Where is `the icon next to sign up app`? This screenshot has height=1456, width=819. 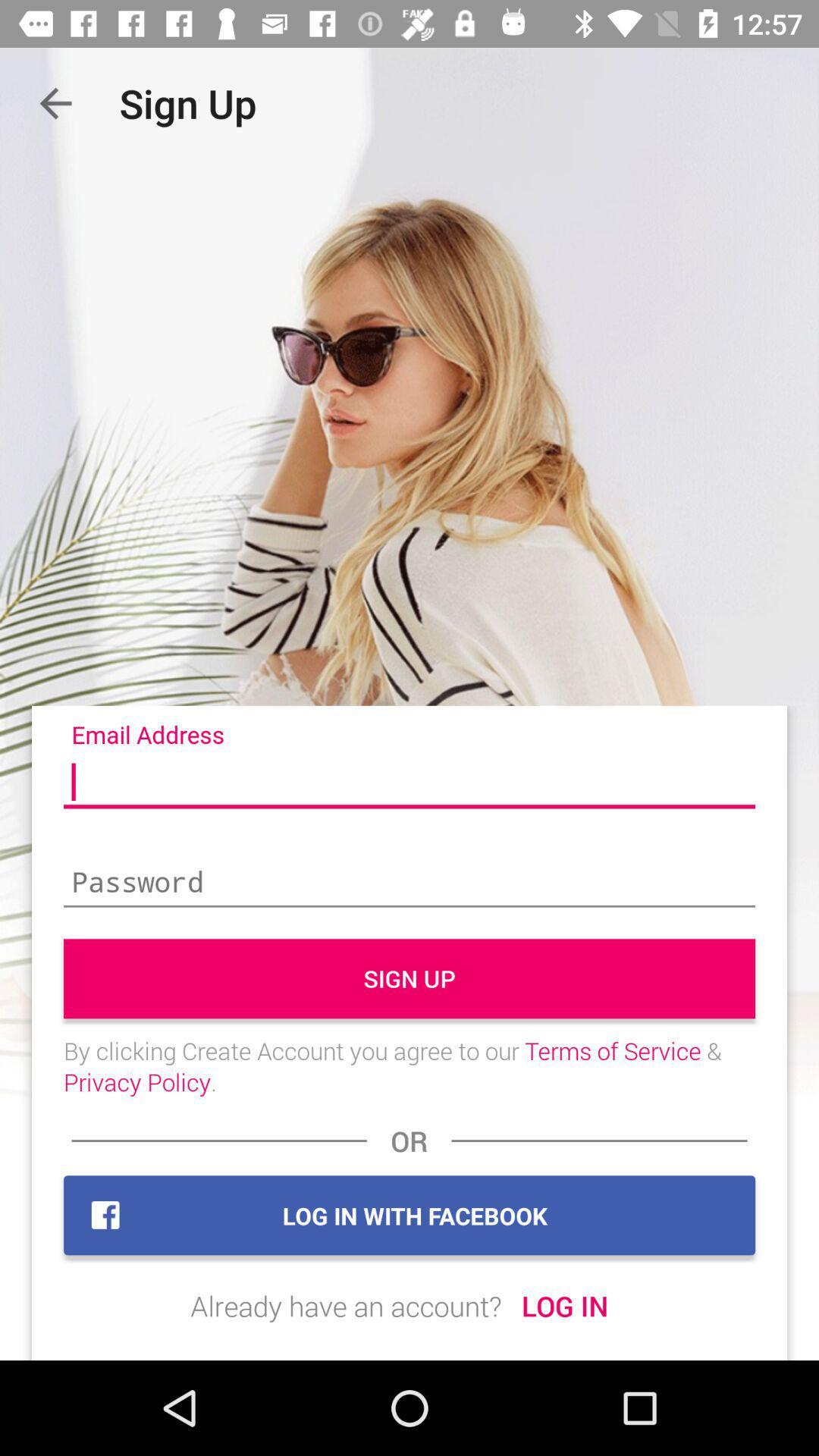 the icon next to sign up app is located at coordinates (55, 102).